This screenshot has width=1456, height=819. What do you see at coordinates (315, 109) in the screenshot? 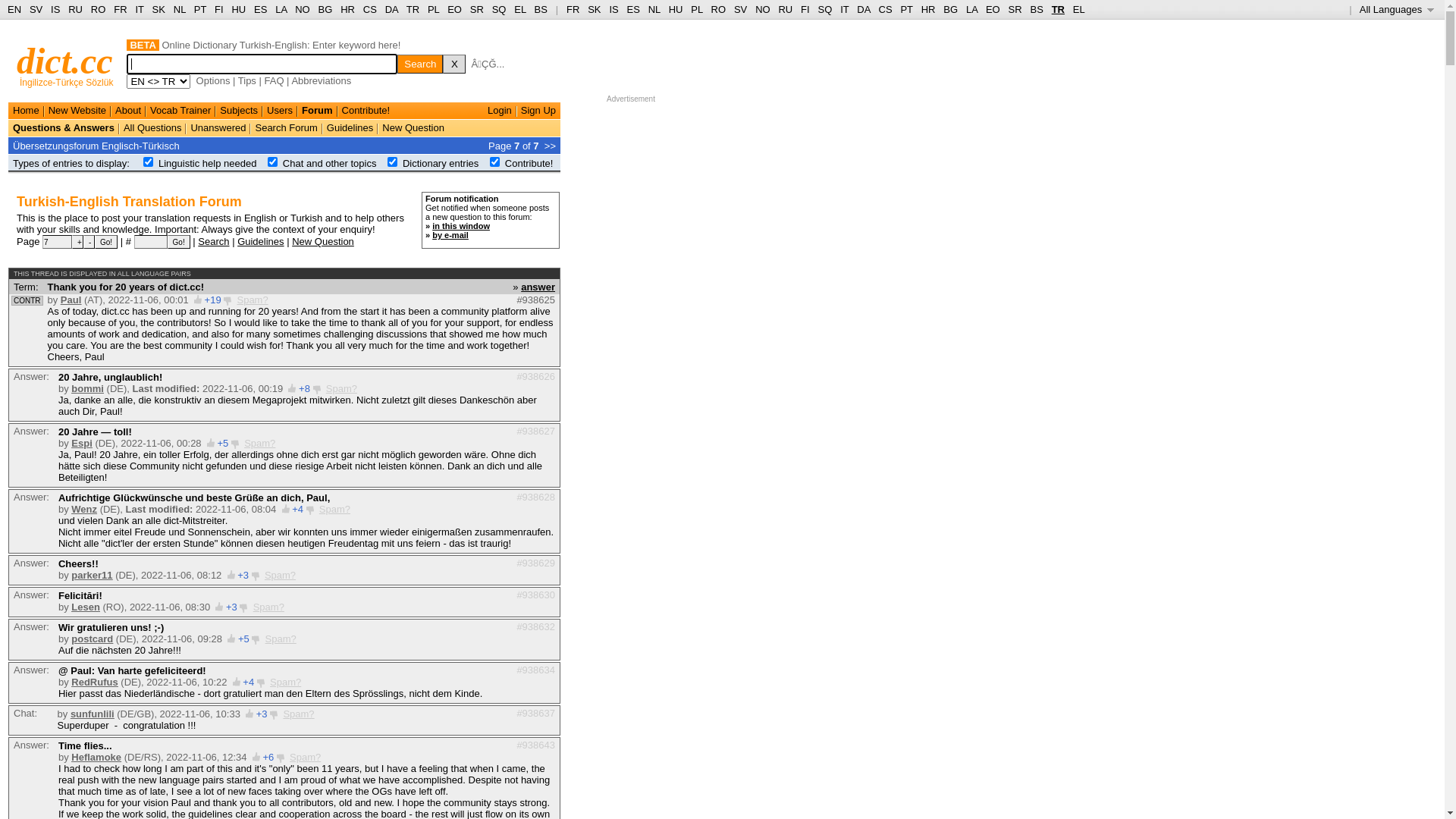
I see `'Forum'` at bounding box center [315, 109].